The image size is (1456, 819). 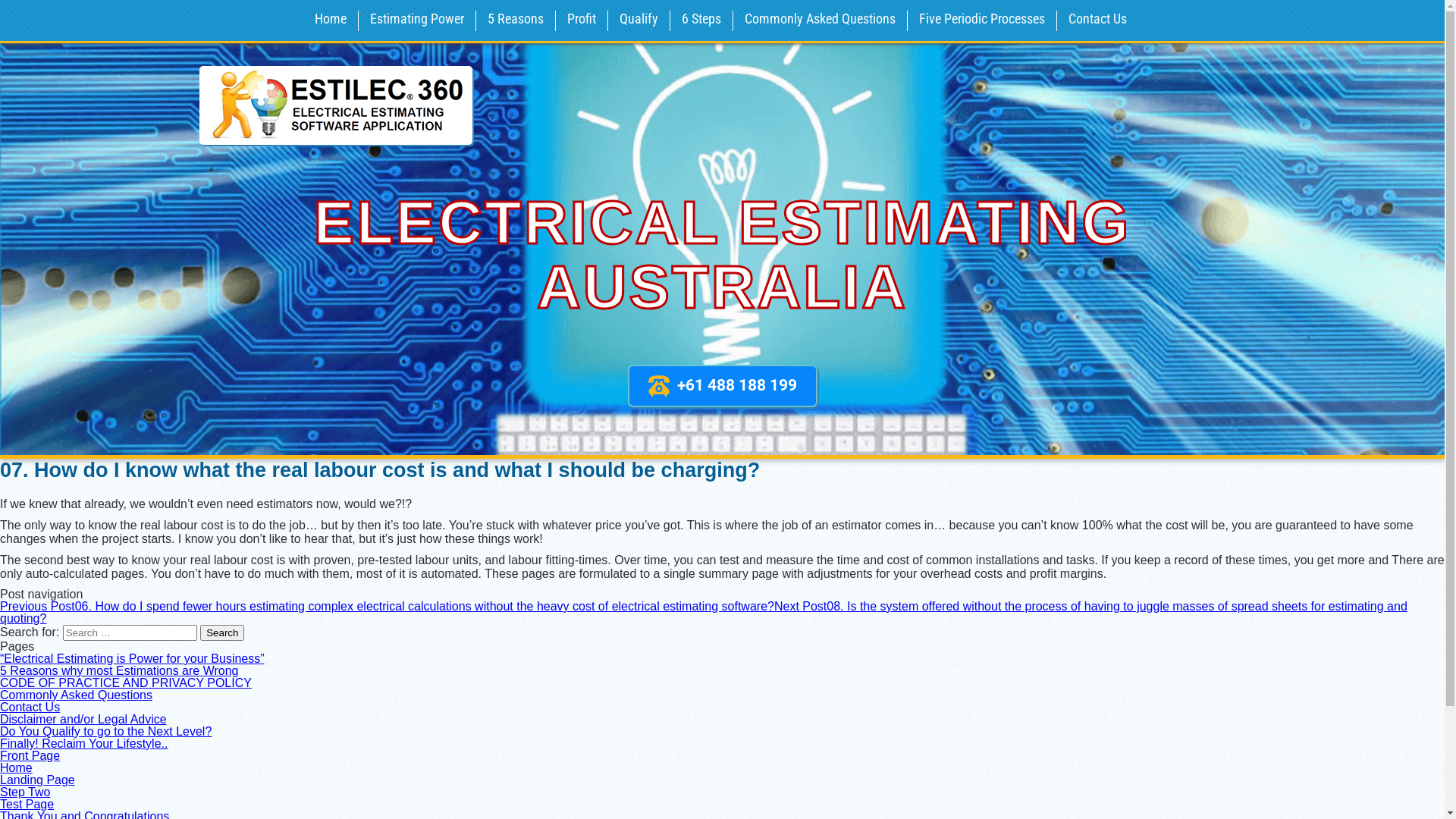 What do you see at coordinates (1097, 20) in the screenshot?
I see `'Contact Us'` at bounding box center [1097, 20].